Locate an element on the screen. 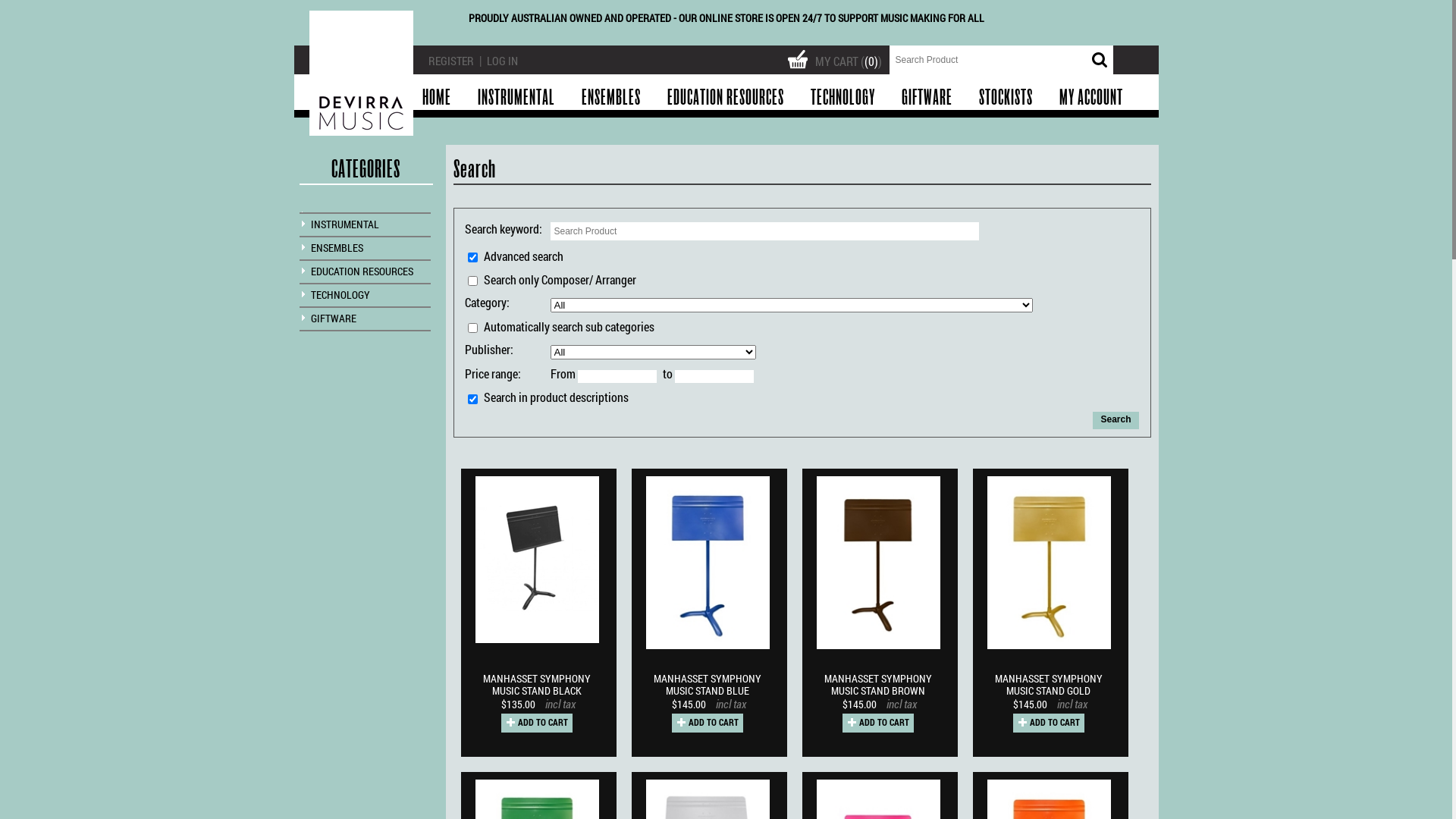  'MANHASSET SYMPHONY MUSIC STAND GOLD' is located at coordinates (1051, 686).